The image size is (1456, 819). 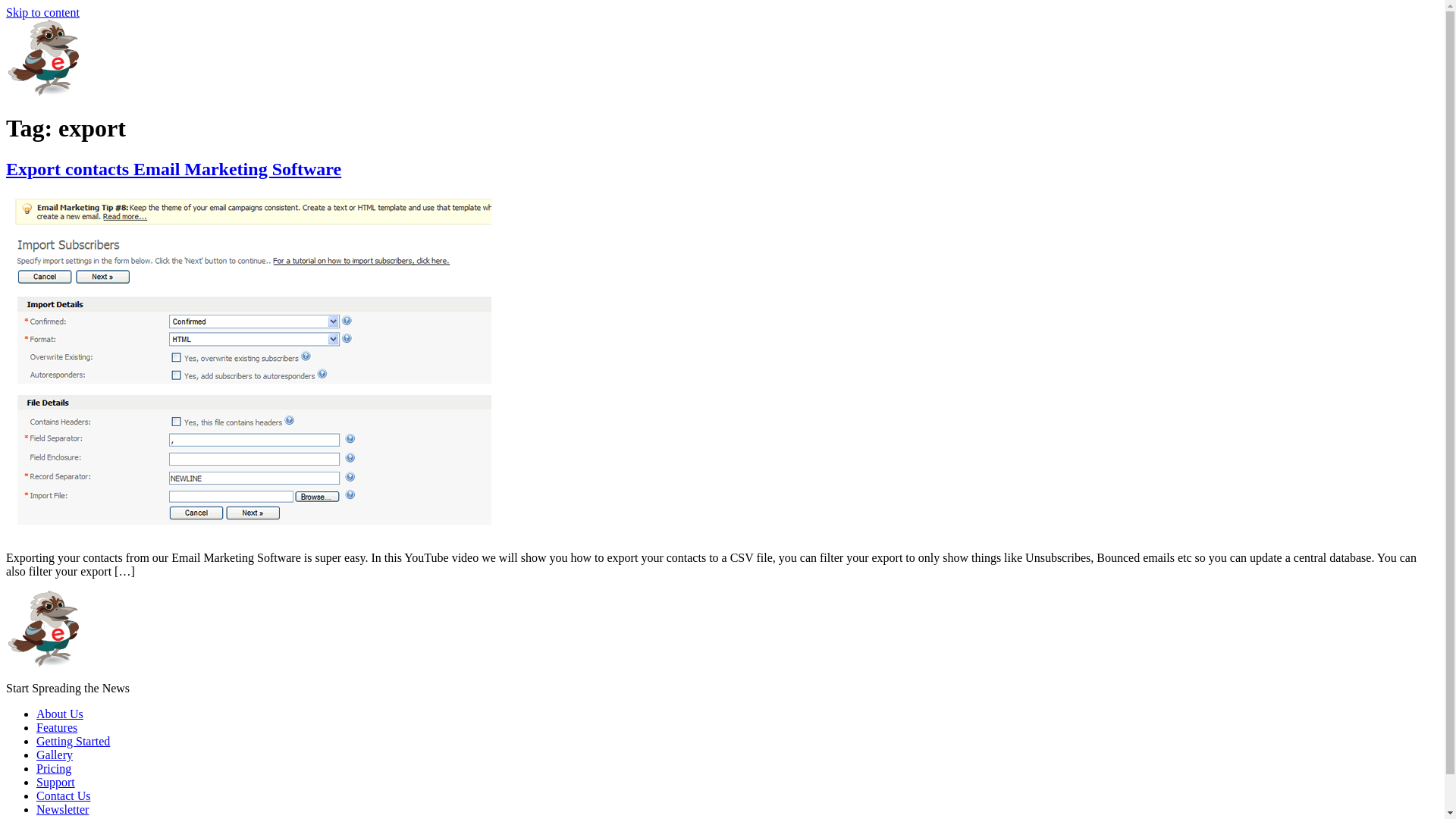 What do you see at coordinates (72, 740) in the screenshot?
I see `'Getting Started'` at bounding box center [72, 740].